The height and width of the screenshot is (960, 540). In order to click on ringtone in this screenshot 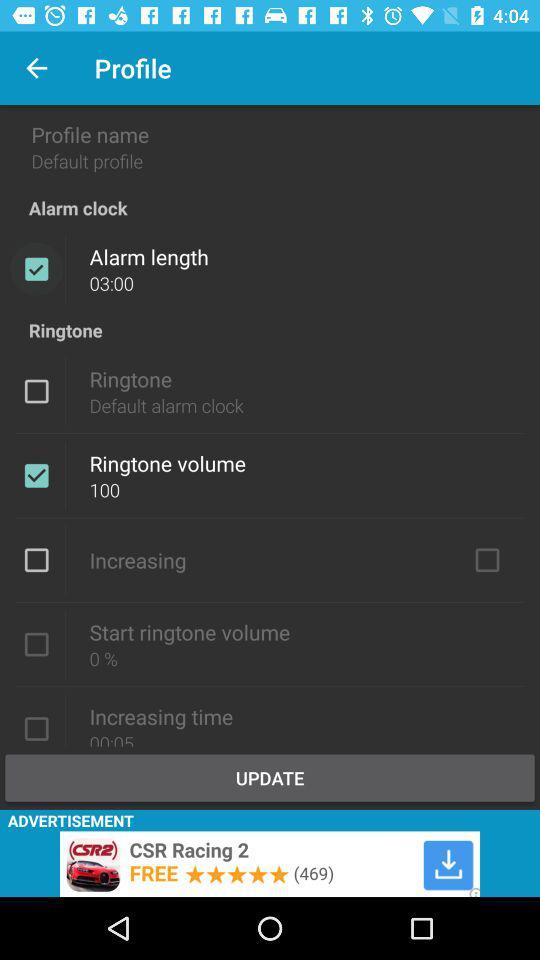, I will do `click(36, 390)`.